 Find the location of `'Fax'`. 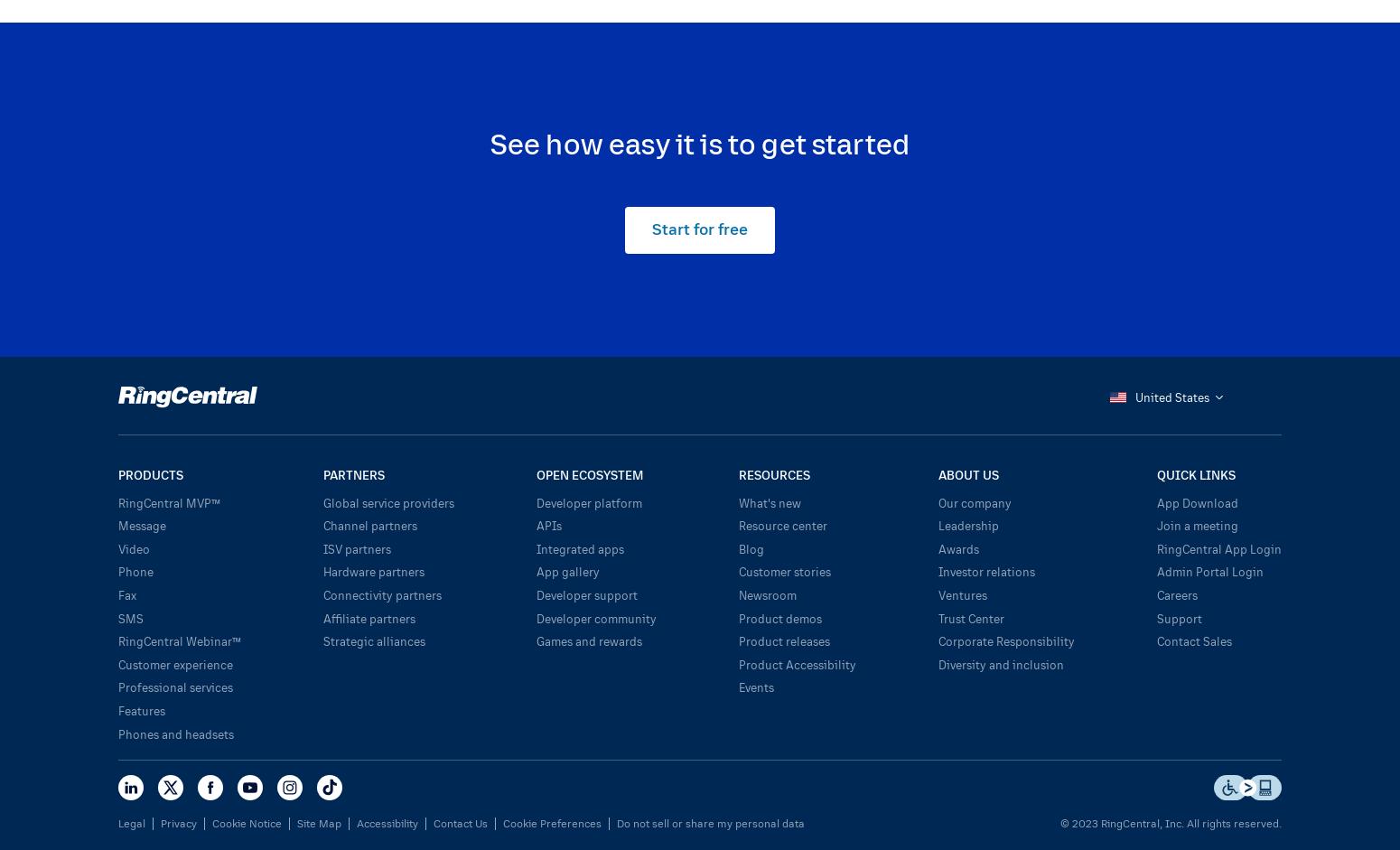

'Fax' is located at coordinates (127, 593).